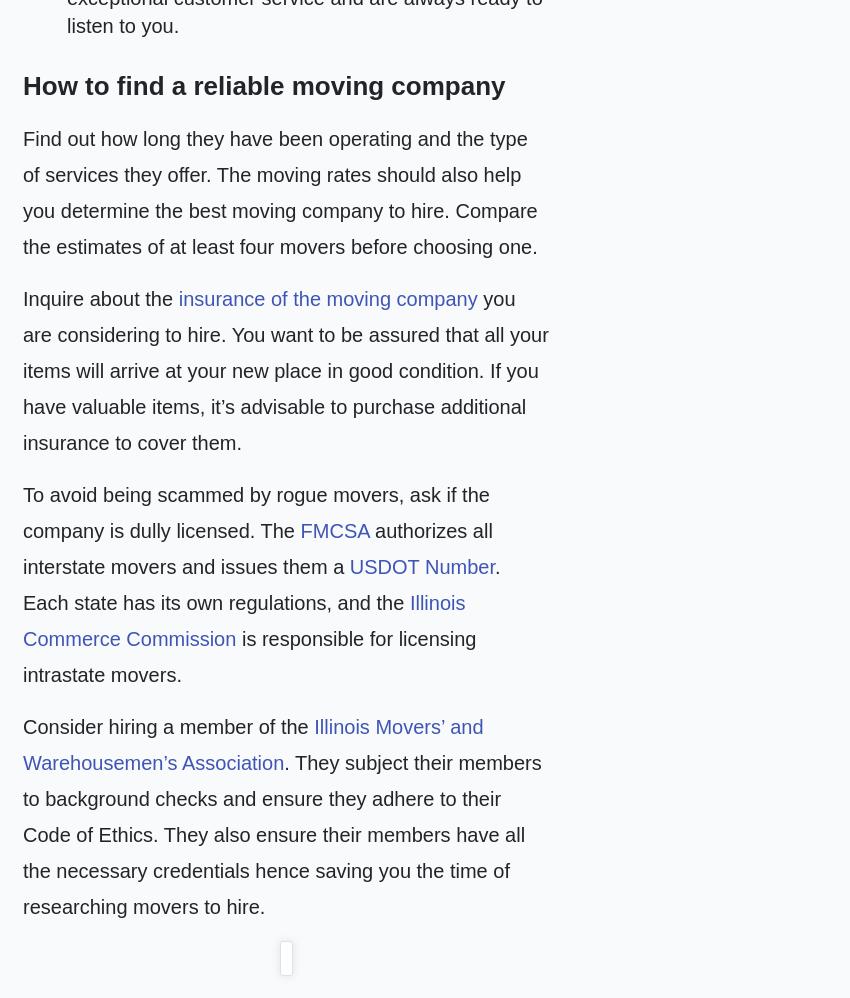 Image resolution: width=850 pixels, height=998 pixels. Describe the element at coordinates (99, 298) in the screenshot. I see `'Inquire about the'` at that location.